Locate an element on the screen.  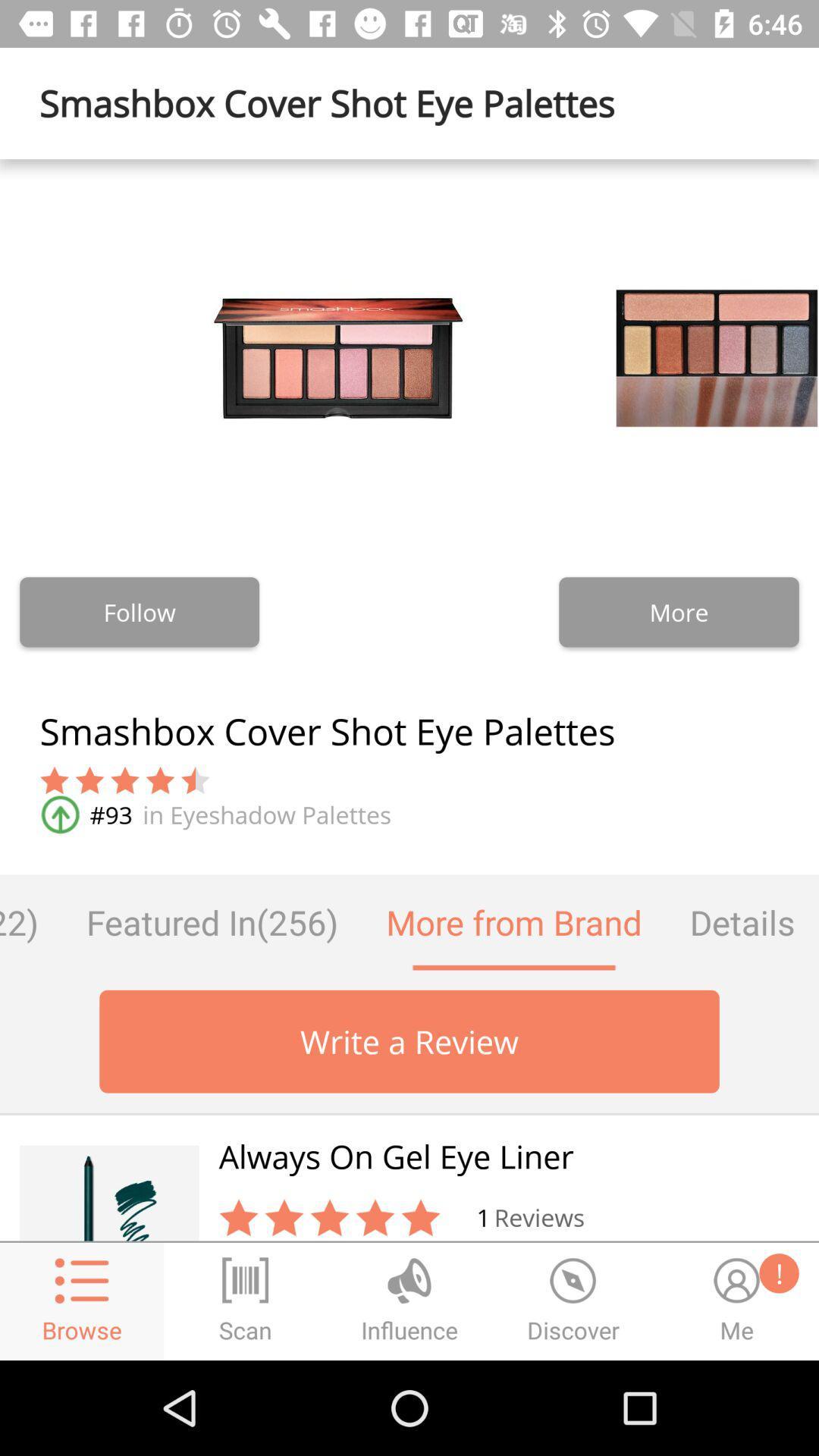
the first star above scan is located at coordinates (239, 1218).